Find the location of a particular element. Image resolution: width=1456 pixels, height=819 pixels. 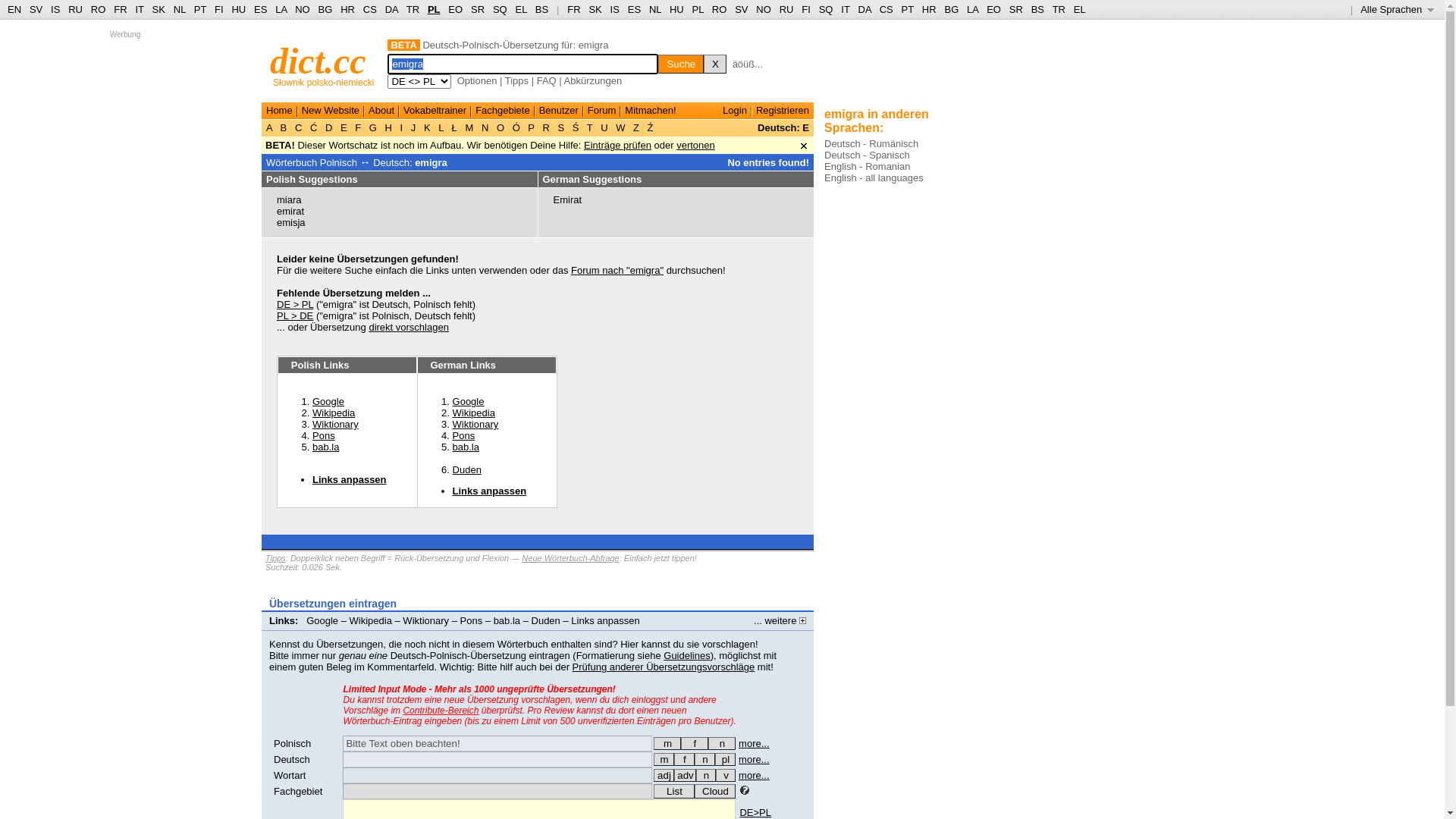

'rodzaju nijakiego' is located at coordinates (720, 742).